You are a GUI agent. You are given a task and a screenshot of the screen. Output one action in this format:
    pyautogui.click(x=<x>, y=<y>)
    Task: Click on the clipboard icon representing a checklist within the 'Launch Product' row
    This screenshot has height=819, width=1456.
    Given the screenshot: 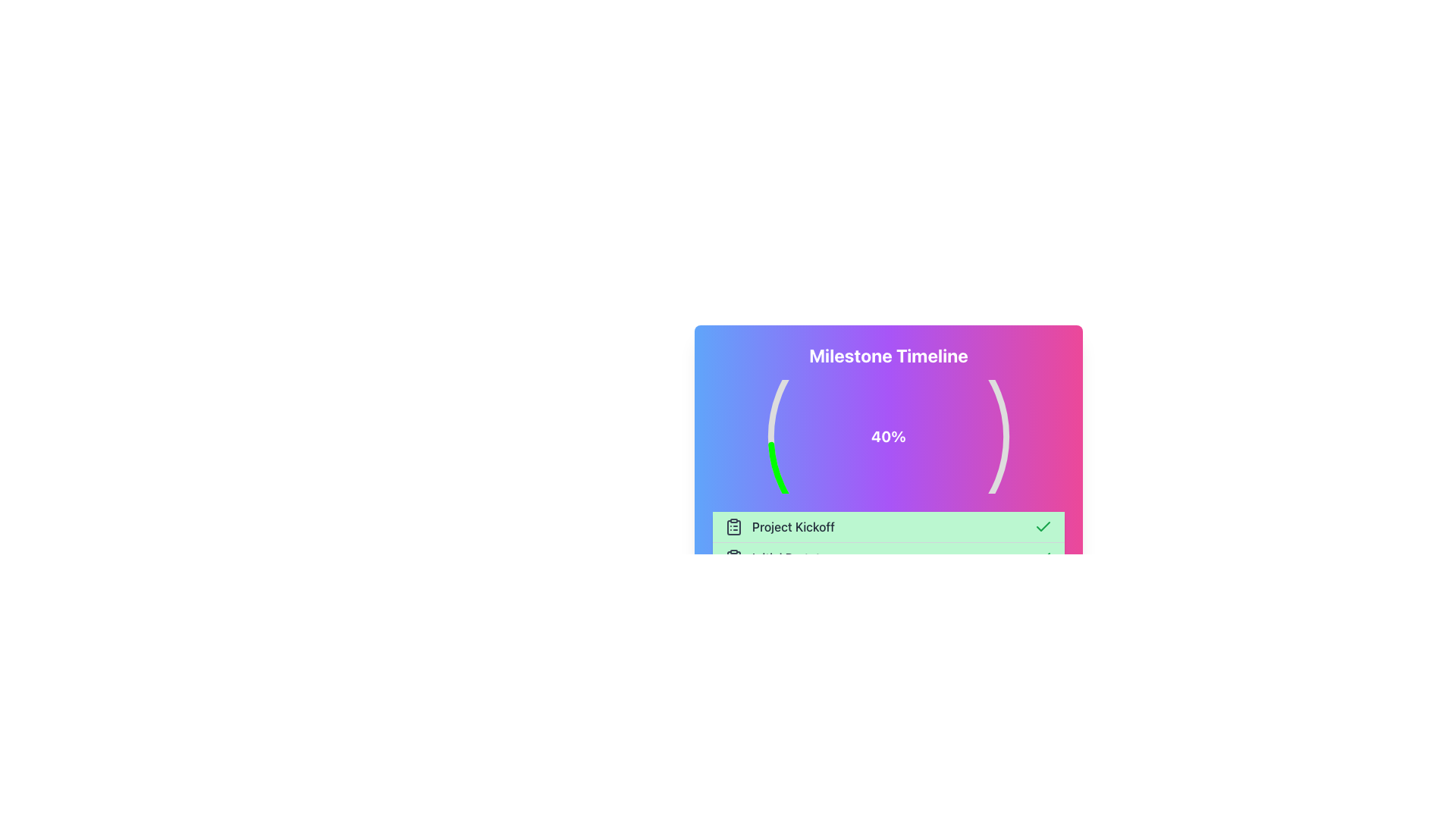 What is the action you would take?
    pyautogui.click(x=734, y=620)
    